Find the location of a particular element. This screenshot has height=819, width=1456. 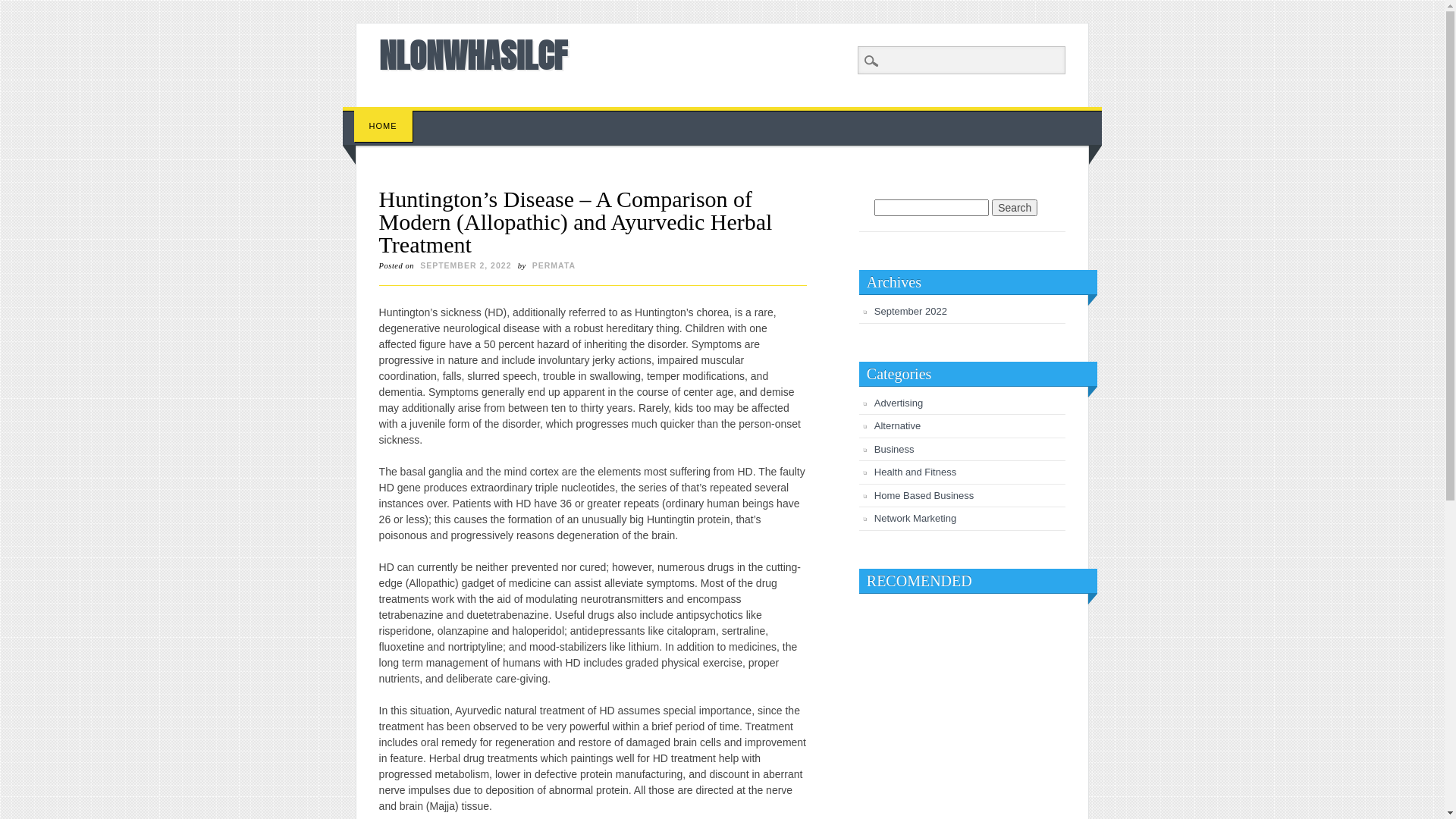

'PERMATA' is located at coordinates (553, 265).